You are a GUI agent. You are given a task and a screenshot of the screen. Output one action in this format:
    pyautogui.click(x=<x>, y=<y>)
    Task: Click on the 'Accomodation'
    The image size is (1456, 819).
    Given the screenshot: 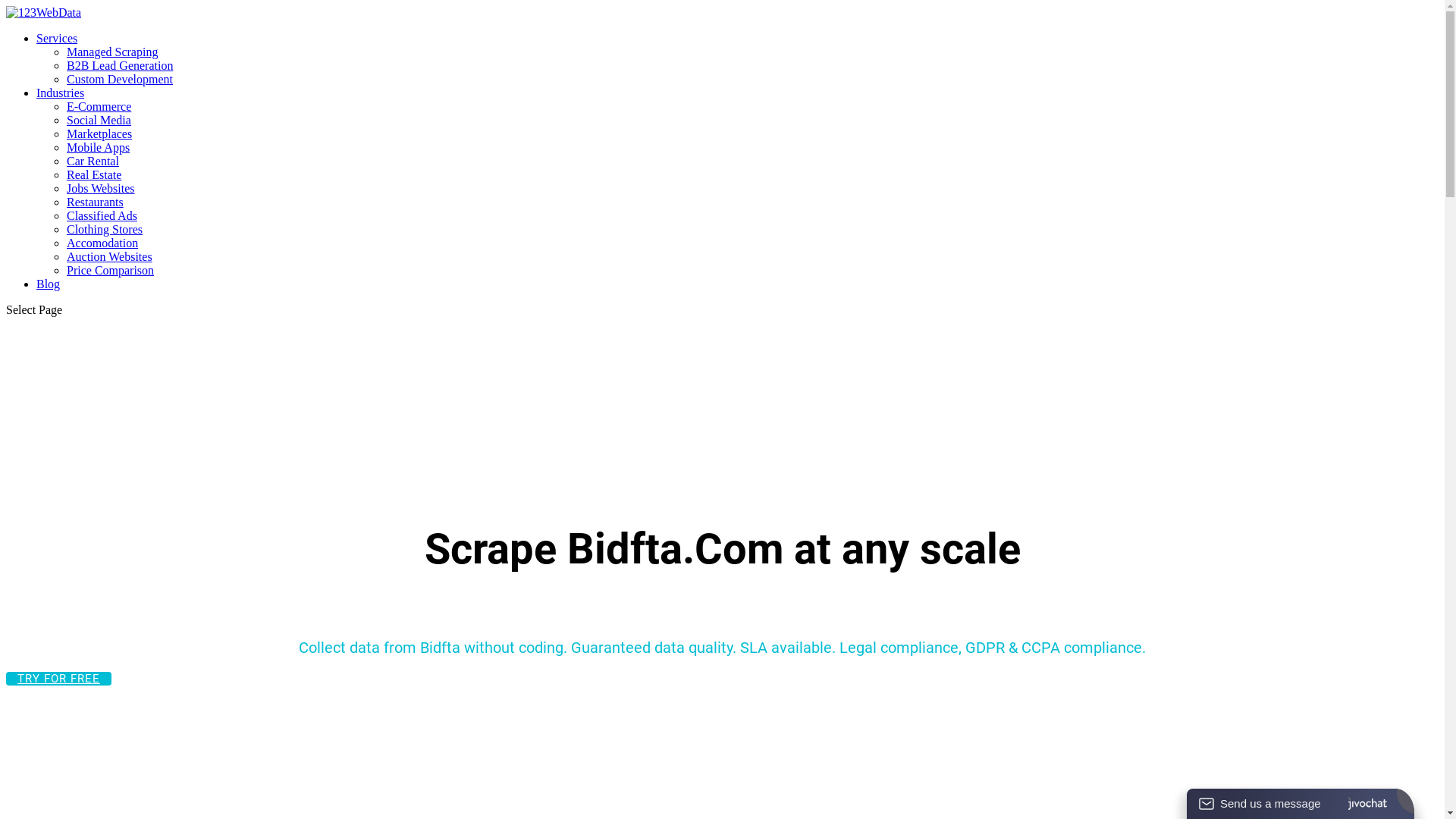 What is the action you would take?
    pyautogui.click(x=101, y=242)
    